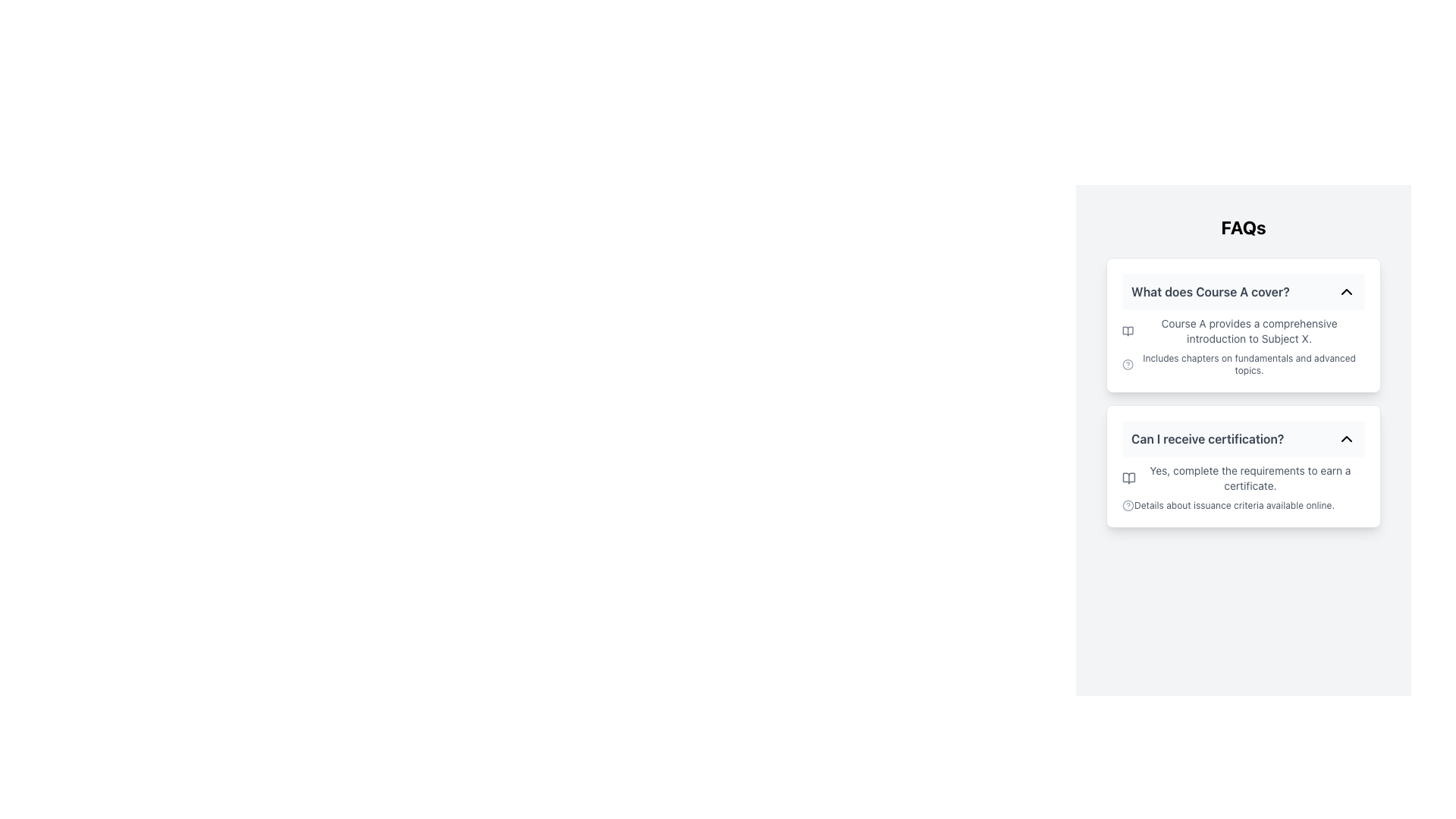  Describe the element at coordinates (1244, 506) in the screenshot. I see `the Static Text element that displays 'Details about issuance criteria available online.'` at that location.